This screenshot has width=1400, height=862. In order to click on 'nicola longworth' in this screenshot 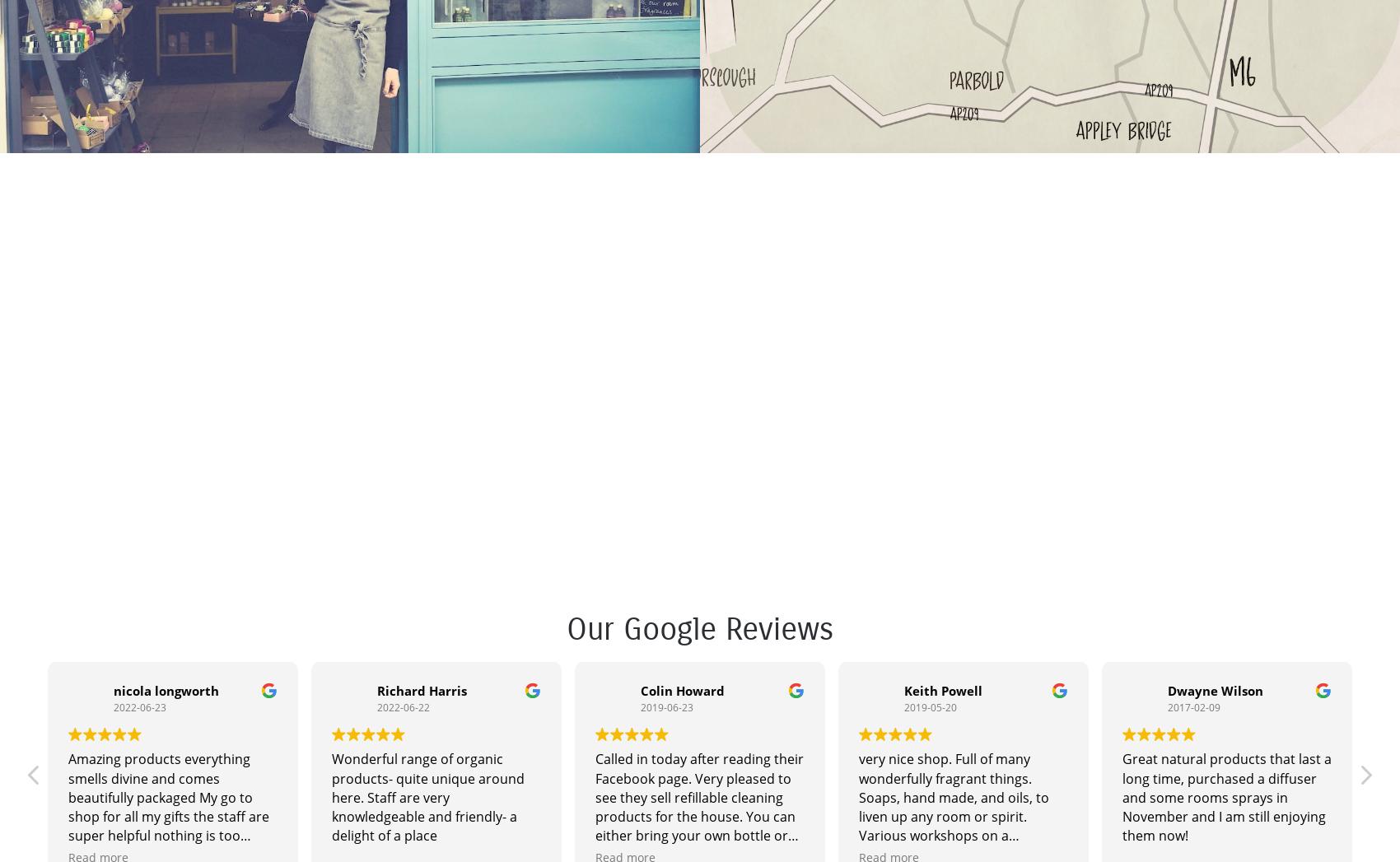, I will do `click(164, 690)`.